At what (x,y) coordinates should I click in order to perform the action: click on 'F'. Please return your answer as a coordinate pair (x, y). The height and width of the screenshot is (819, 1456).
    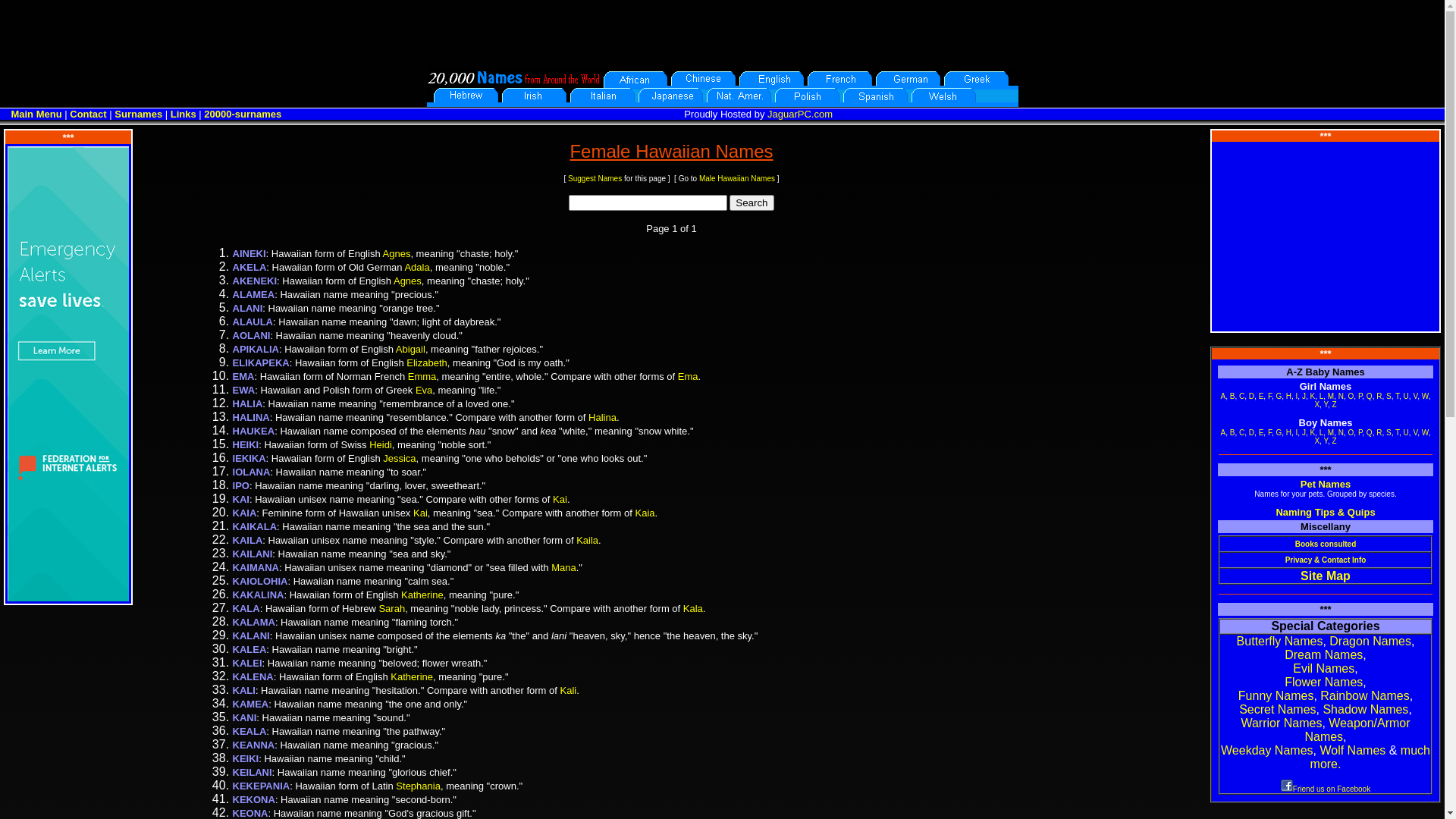
    Looking at the image, I should click on (1269, 432).